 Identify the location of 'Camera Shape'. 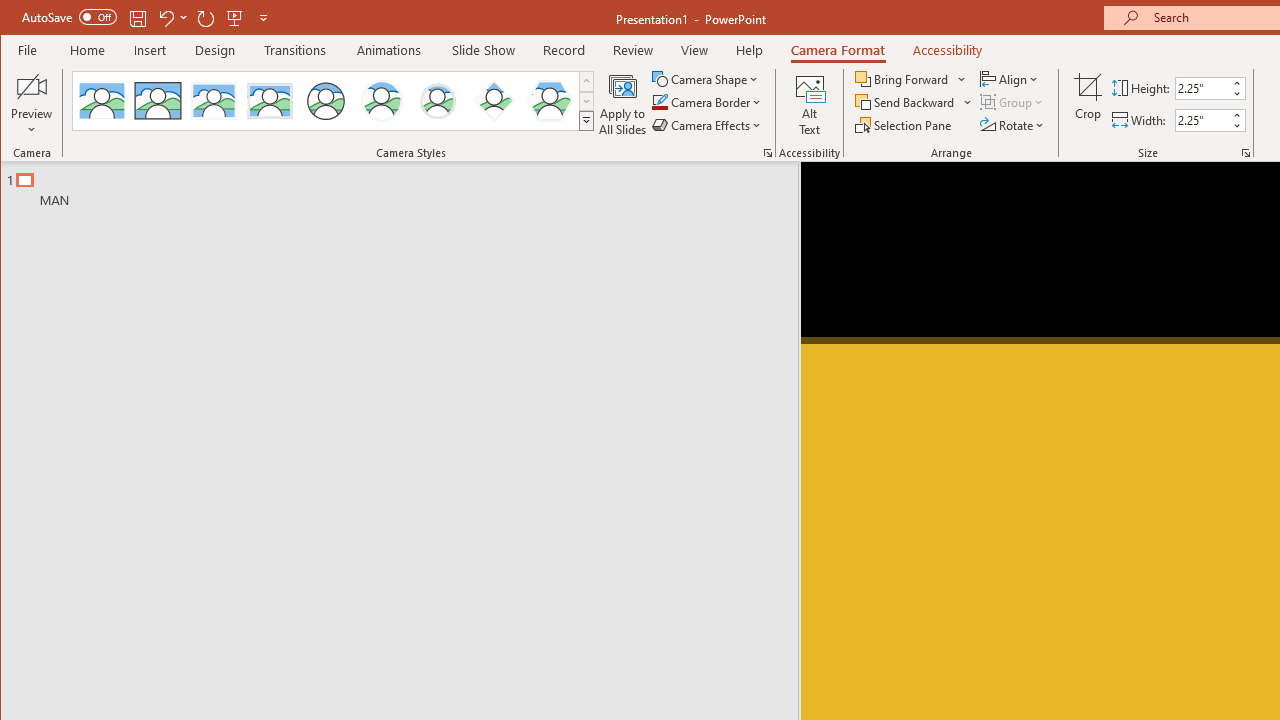
(707, 78).